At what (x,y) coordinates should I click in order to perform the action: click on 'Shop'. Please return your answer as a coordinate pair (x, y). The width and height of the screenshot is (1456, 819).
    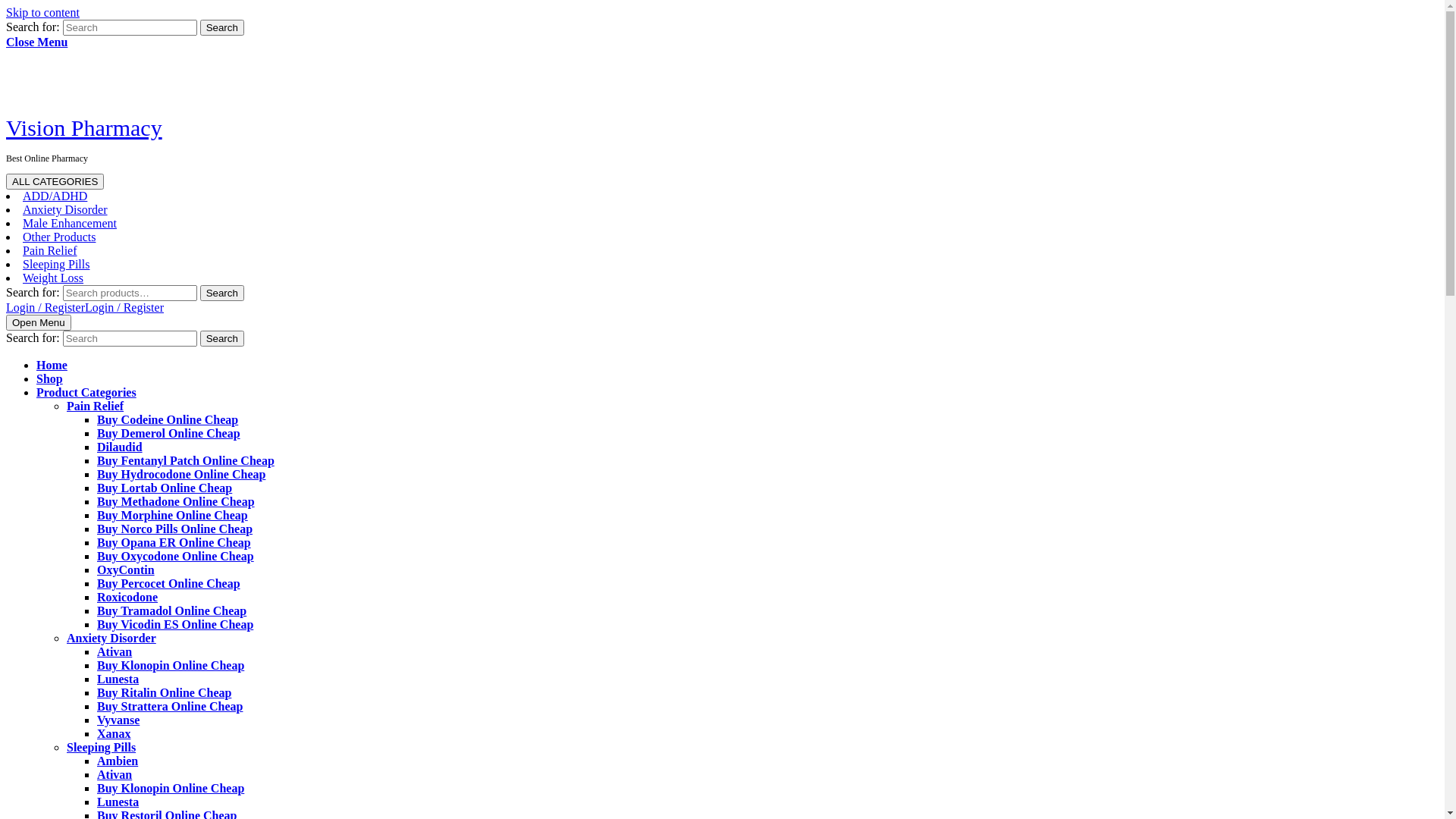
    Looking at the image, I should click on (49, 378).